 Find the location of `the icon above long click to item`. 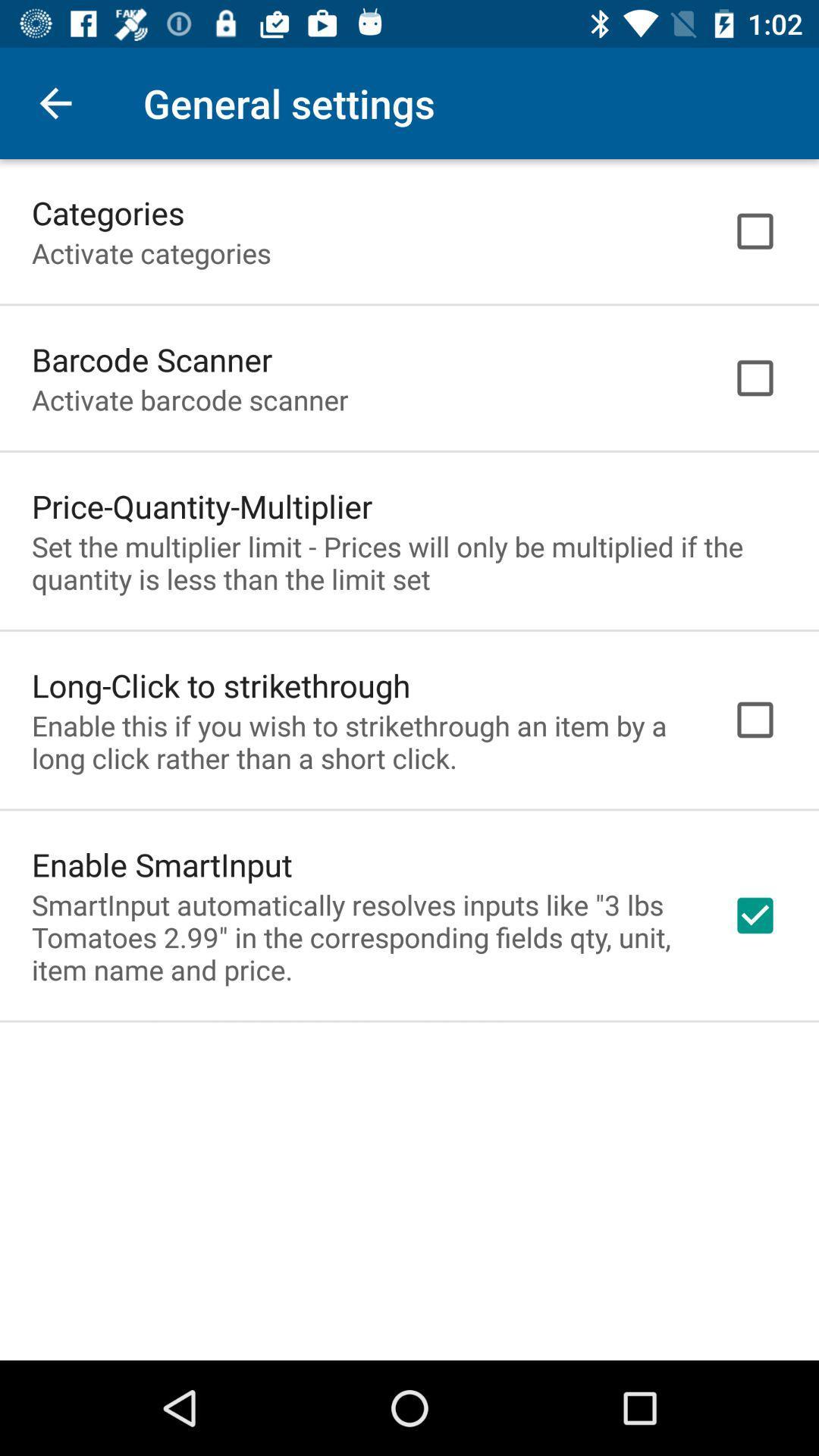

the icon above long click to item is located at coordinates (409, 562).